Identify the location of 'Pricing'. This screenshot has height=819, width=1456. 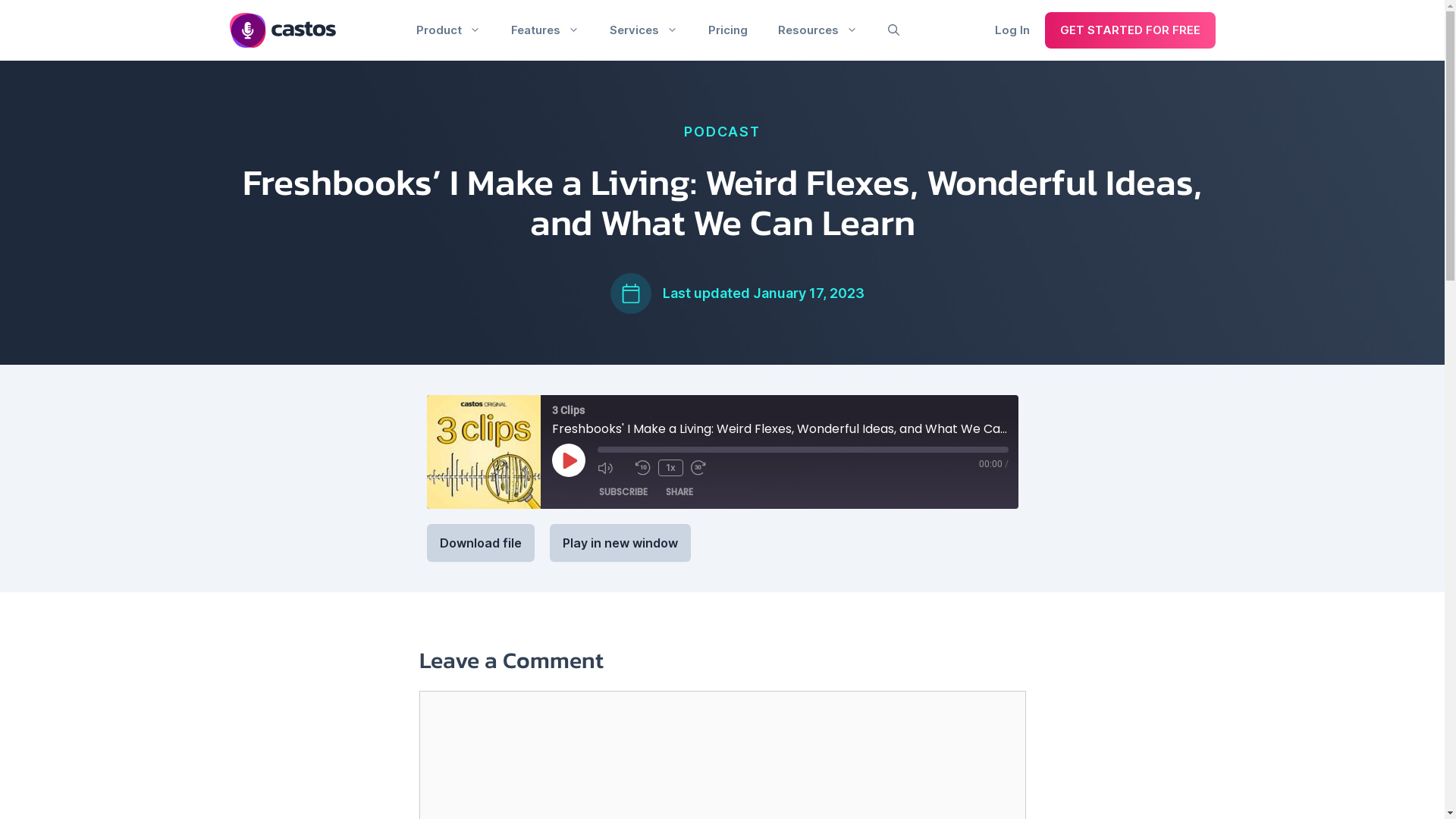
(692, 30).